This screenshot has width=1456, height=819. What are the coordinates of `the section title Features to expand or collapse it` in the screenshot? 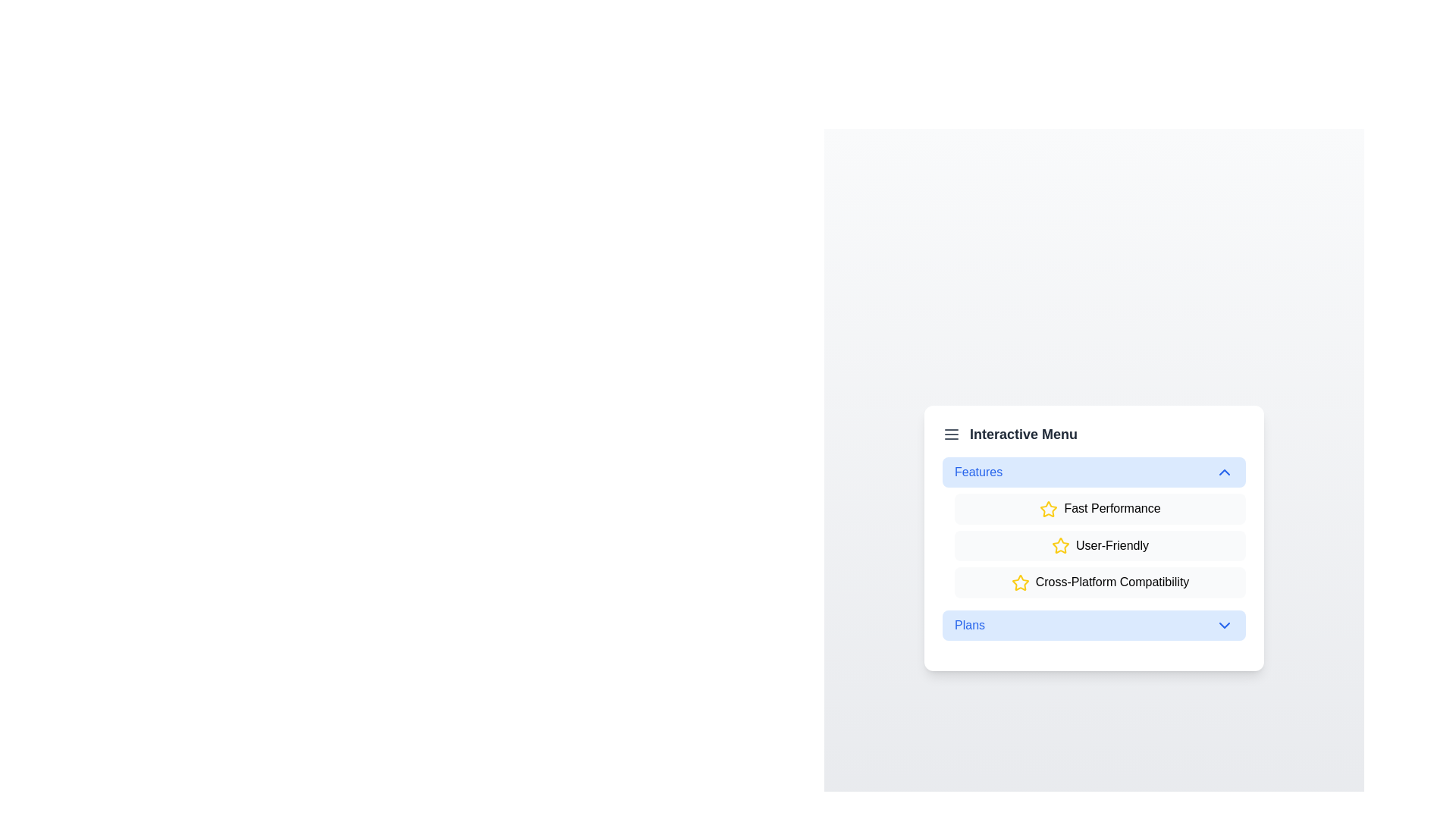 It's located at (1094, 471).